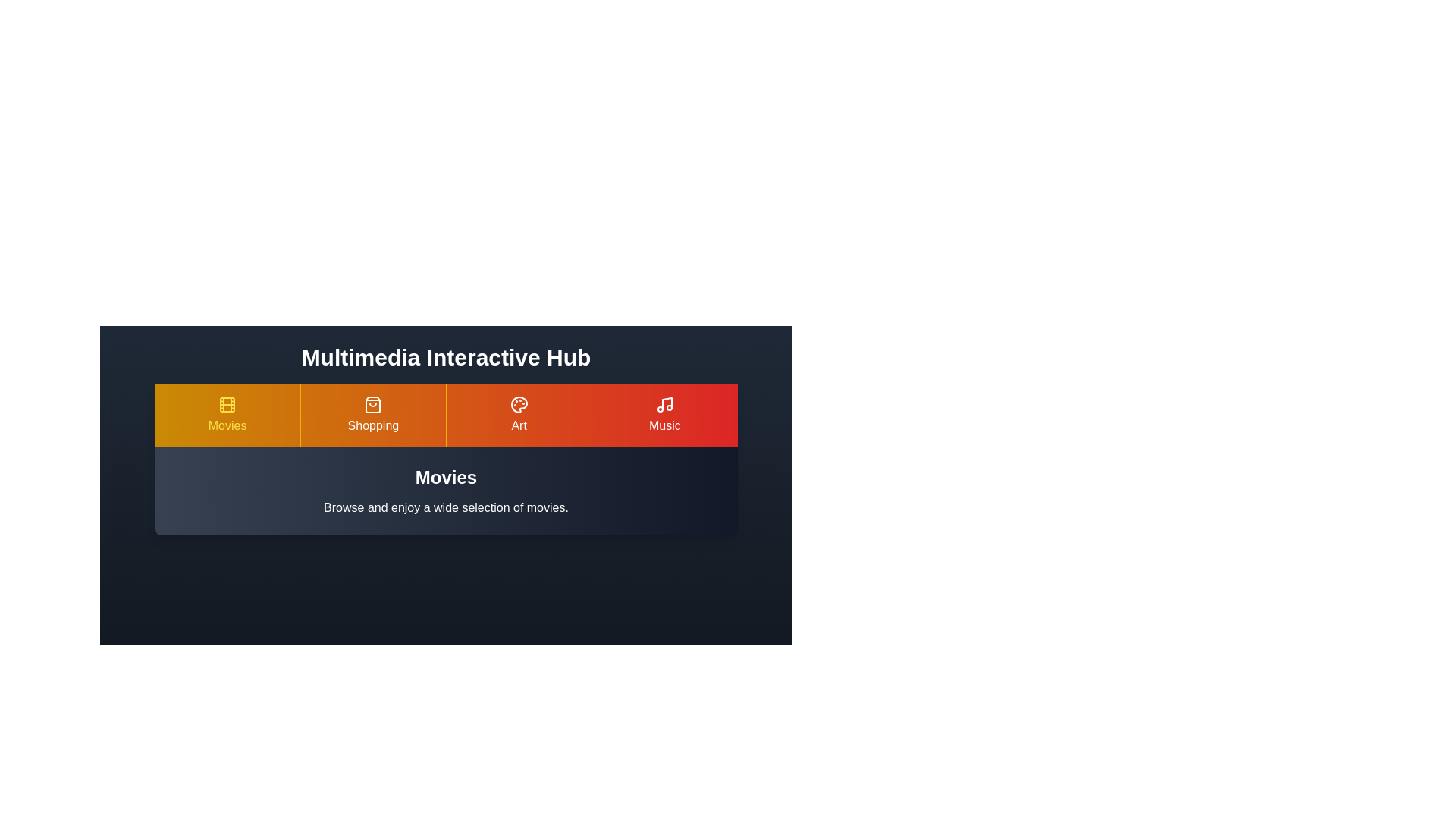 The width and height of the screenshot is (1456, 819). What do you see at coordinates (519, 415) in the screenshot?
I see `the Art tab to explore its content` at bounding box center [519, 415].